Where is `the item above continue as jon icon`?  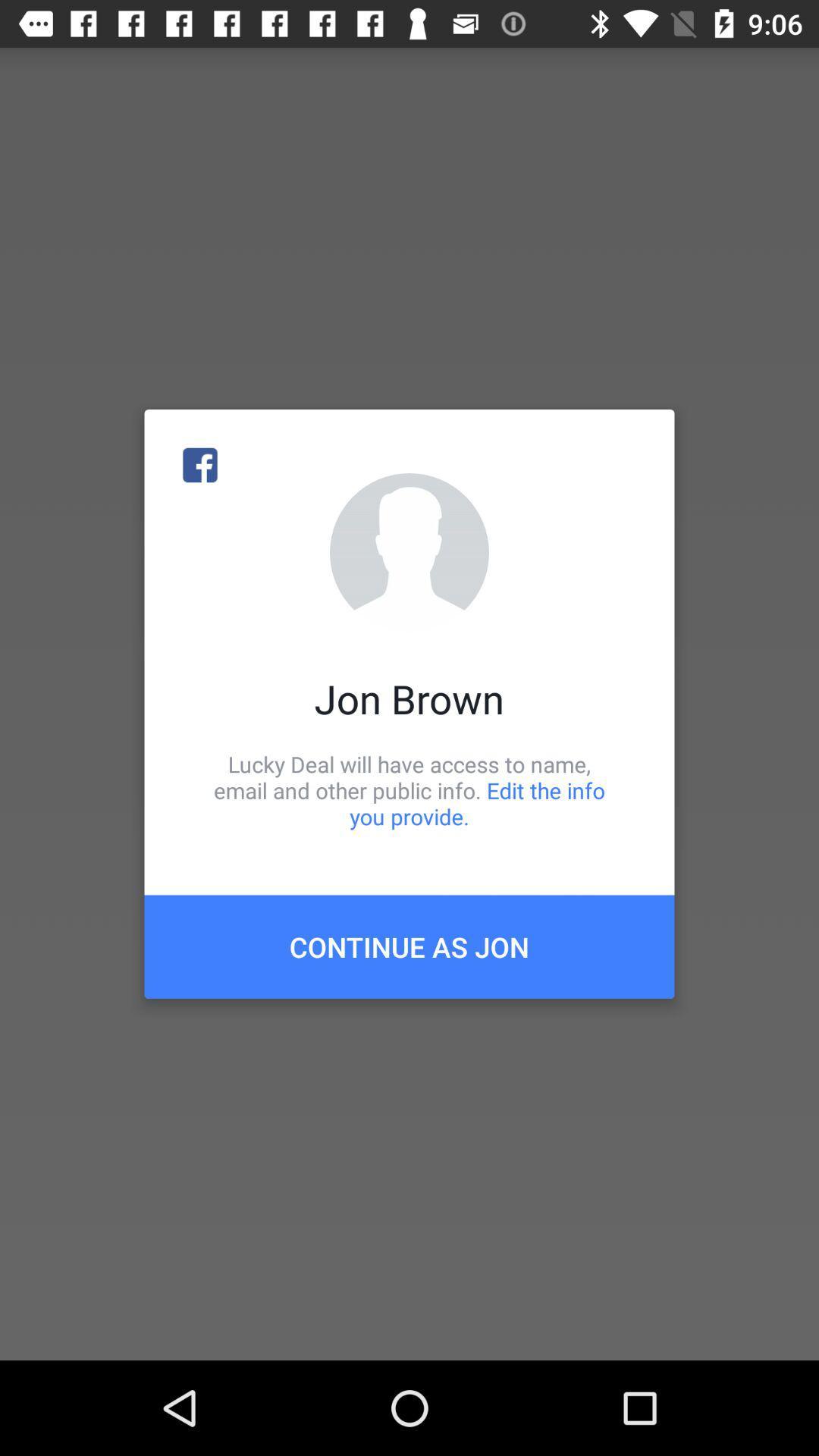 the item above continue as jon icon is located at coordinates (409, 789).